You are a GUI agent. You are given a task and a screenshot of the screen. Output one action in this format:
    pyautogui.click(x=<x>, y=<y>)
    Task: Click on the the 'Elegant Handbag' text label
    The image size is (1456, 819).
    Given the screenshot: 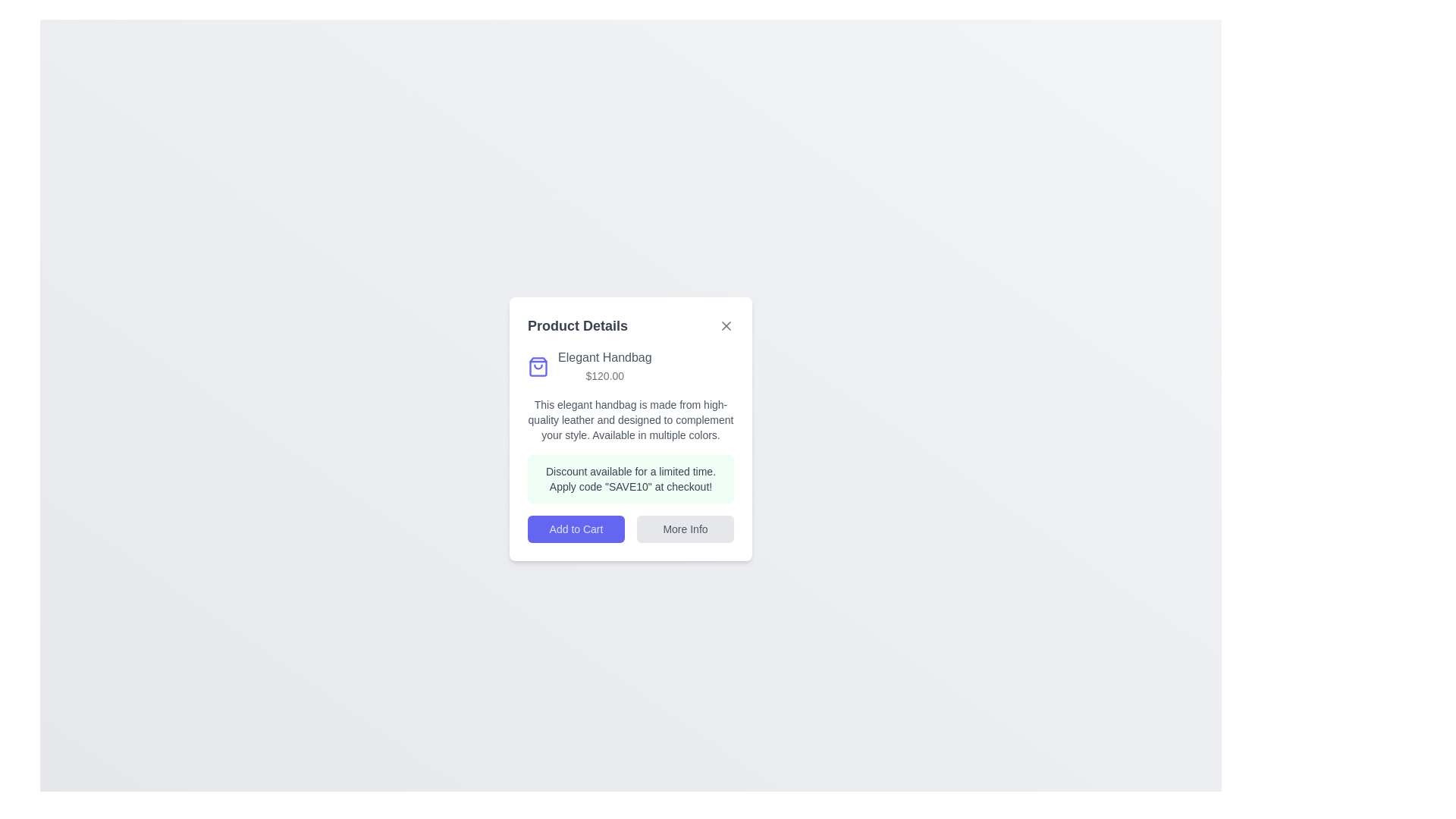 What is the action you would take?
    pyautogui.click(x=604, y=366)
    